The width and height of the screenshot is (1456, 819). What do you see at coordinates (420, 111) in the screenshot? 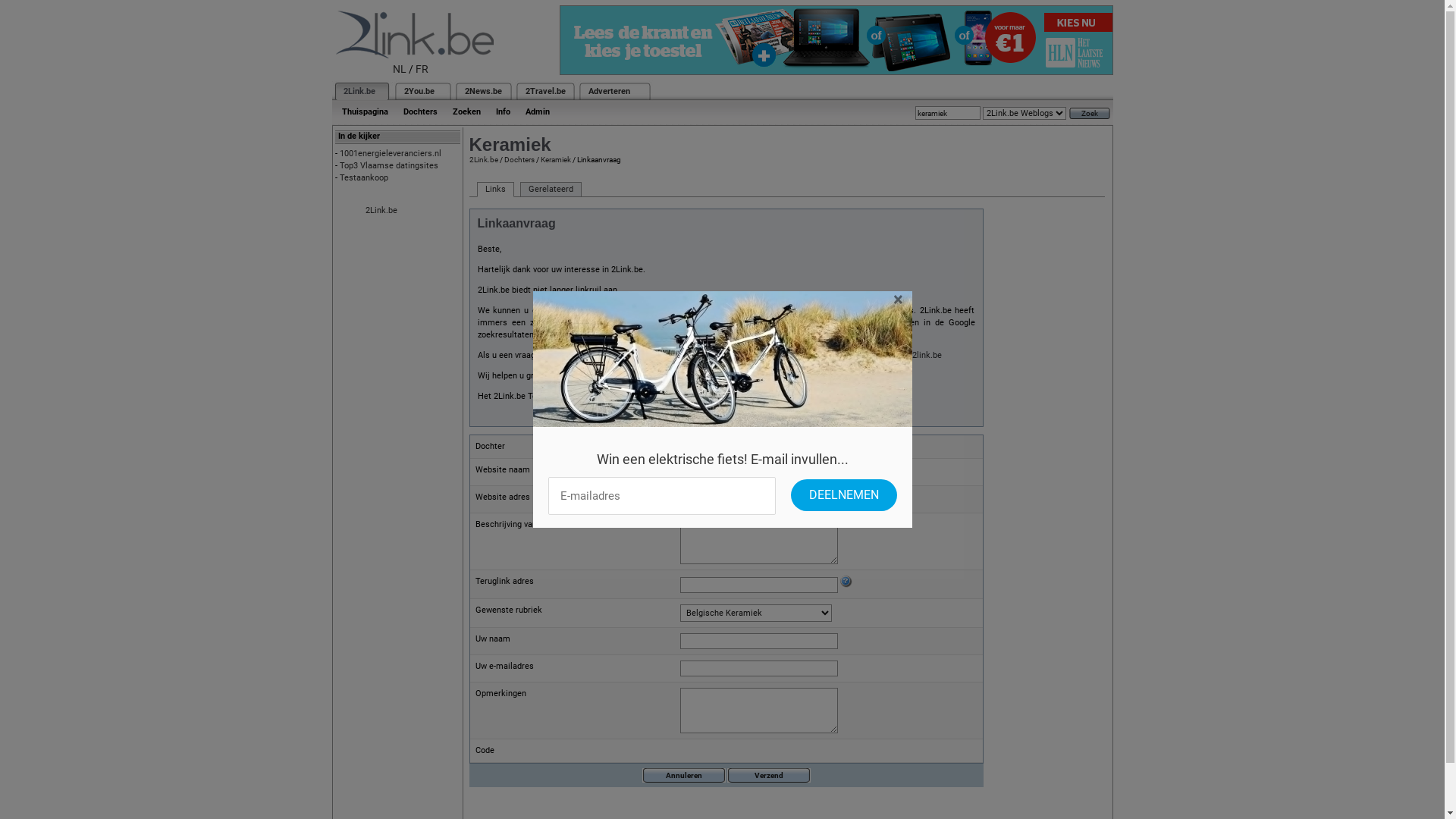
I see `'Dochters'` at bounding box center [420, 111].